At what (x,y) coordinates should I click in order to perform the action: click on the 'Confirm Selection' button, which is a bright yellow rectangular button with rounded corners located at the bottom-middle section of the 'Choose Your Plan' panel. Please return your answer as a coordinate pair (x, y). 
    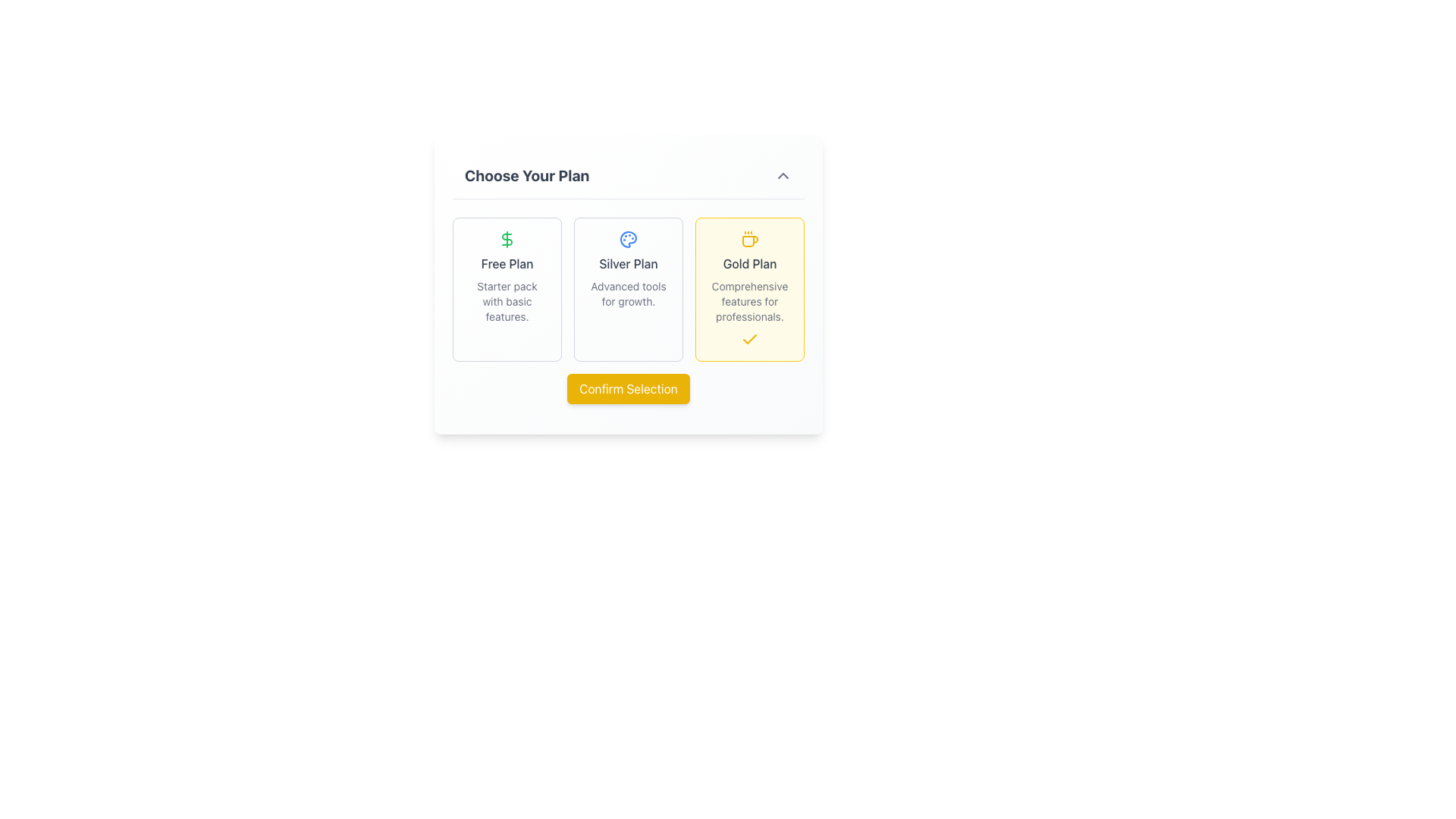
    Looking at the image, I should click on (629, 388).